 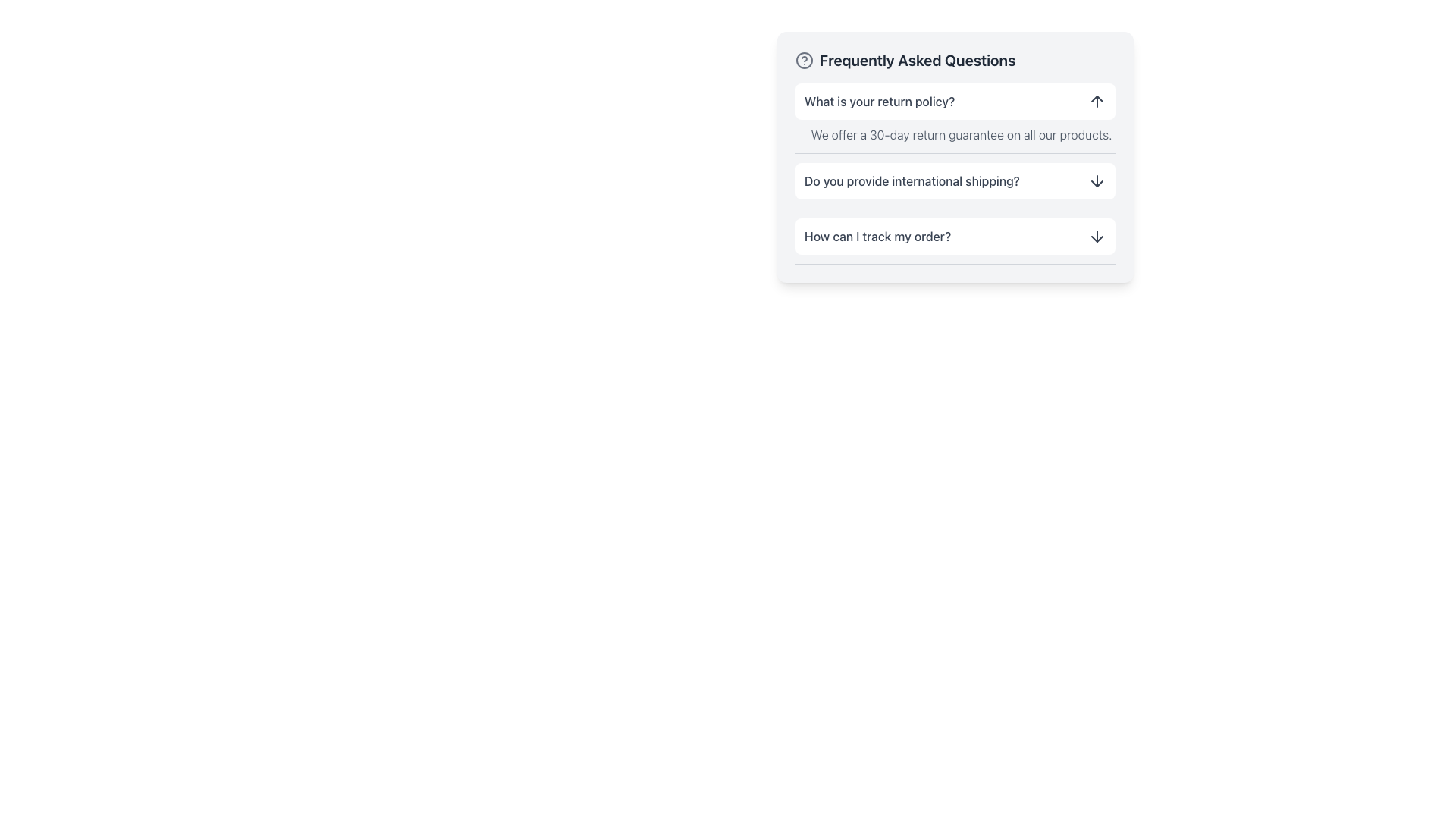 What do you see at coordinates (954, 185) in the screenshot?
I see `the interactive text element labeled 'Do you provide international shipping?' which includes a downward pointing arrow icon, to potentially trigger a visual highlight or tooltip` at bounding box center [954, 185].